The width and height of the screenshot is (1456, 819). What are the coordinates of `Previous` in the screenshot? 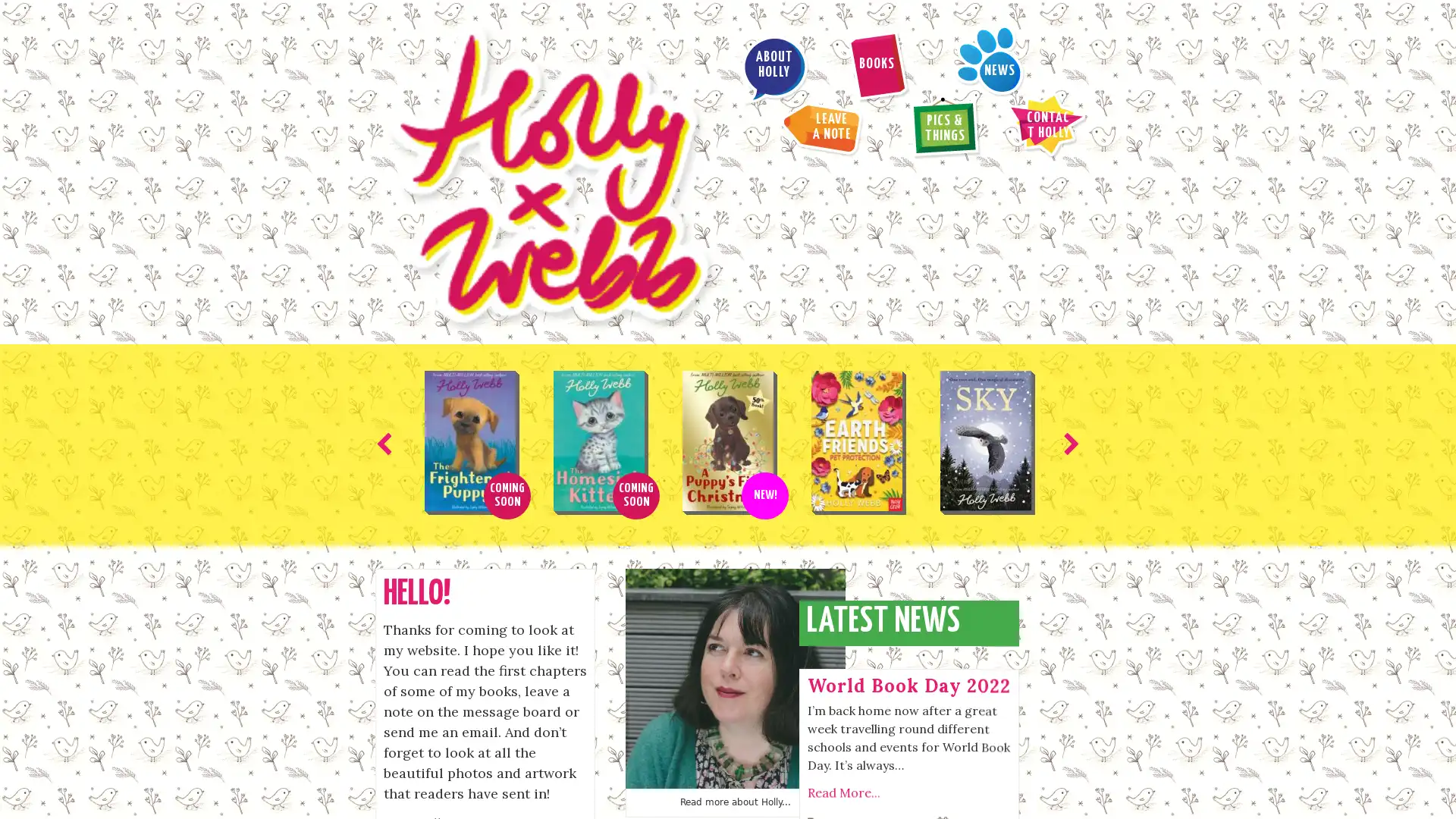 It's located at (637, 769).